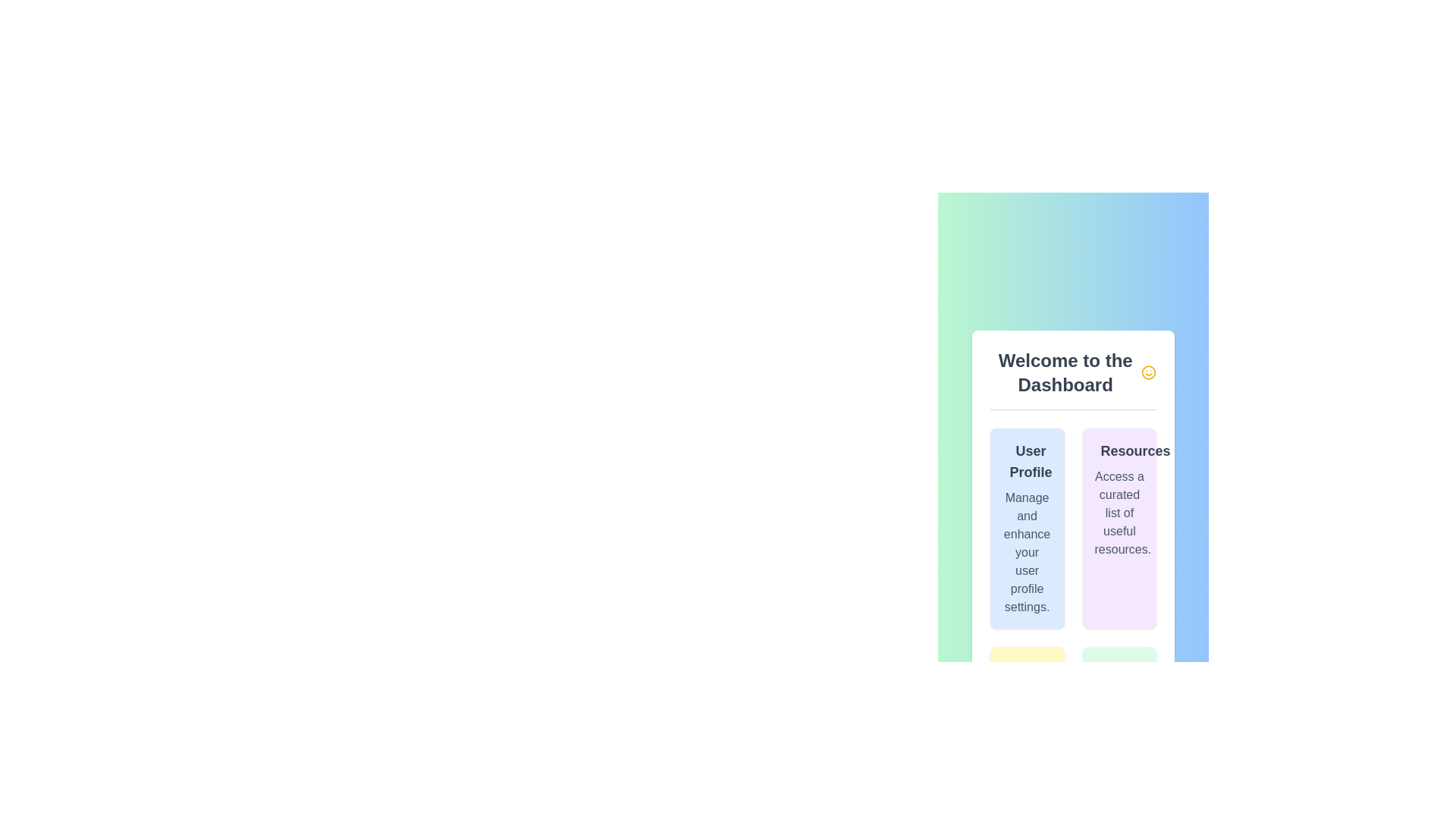  I want to click on the 'Resources' title text element, so click(1119, 450).